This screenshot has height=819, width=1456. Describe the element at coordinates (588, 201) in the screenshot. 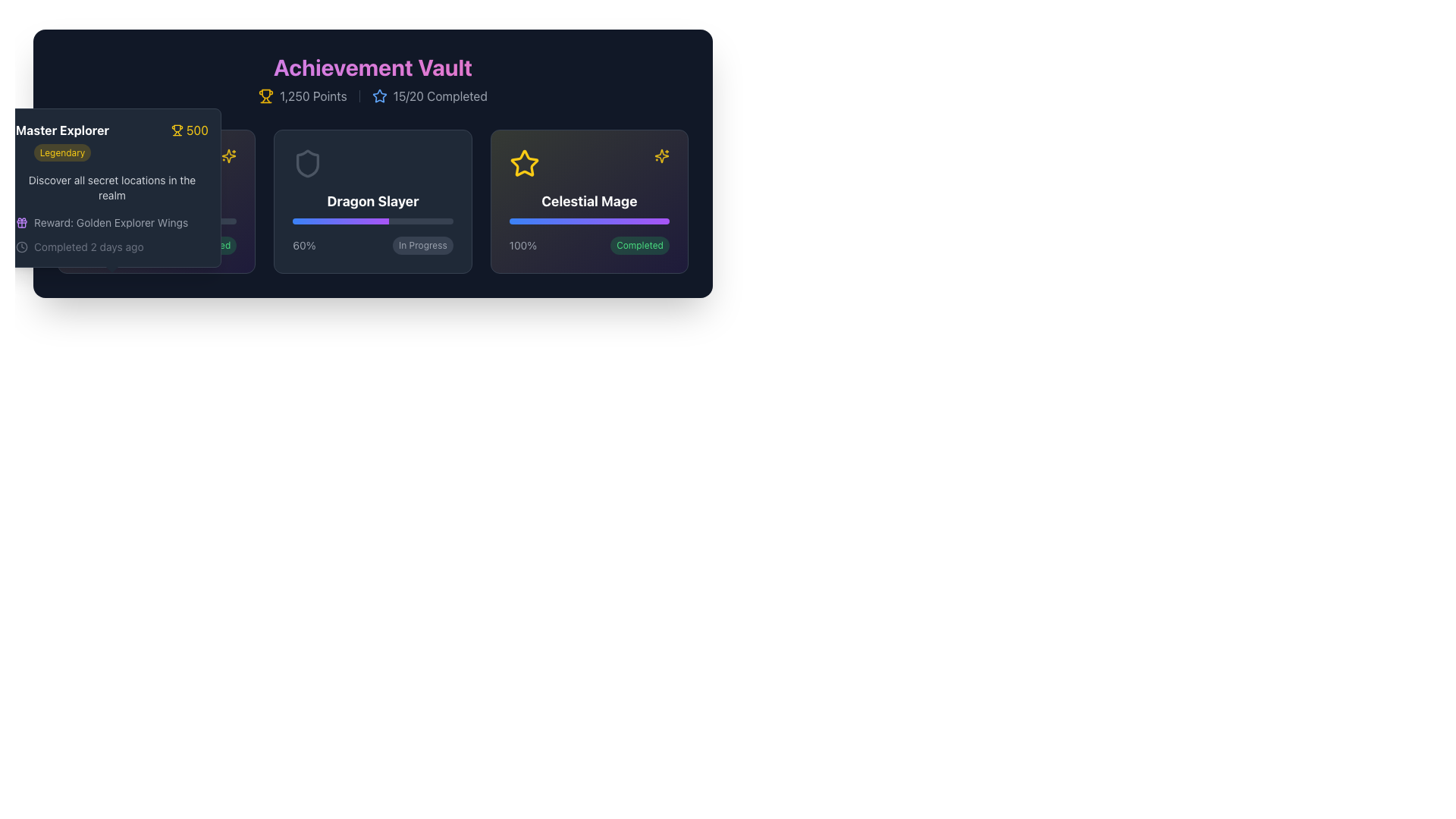

I see `the rectangular gradient background that overlays the 'Celestial Mage' card in the Achievement Vault section` at that location.